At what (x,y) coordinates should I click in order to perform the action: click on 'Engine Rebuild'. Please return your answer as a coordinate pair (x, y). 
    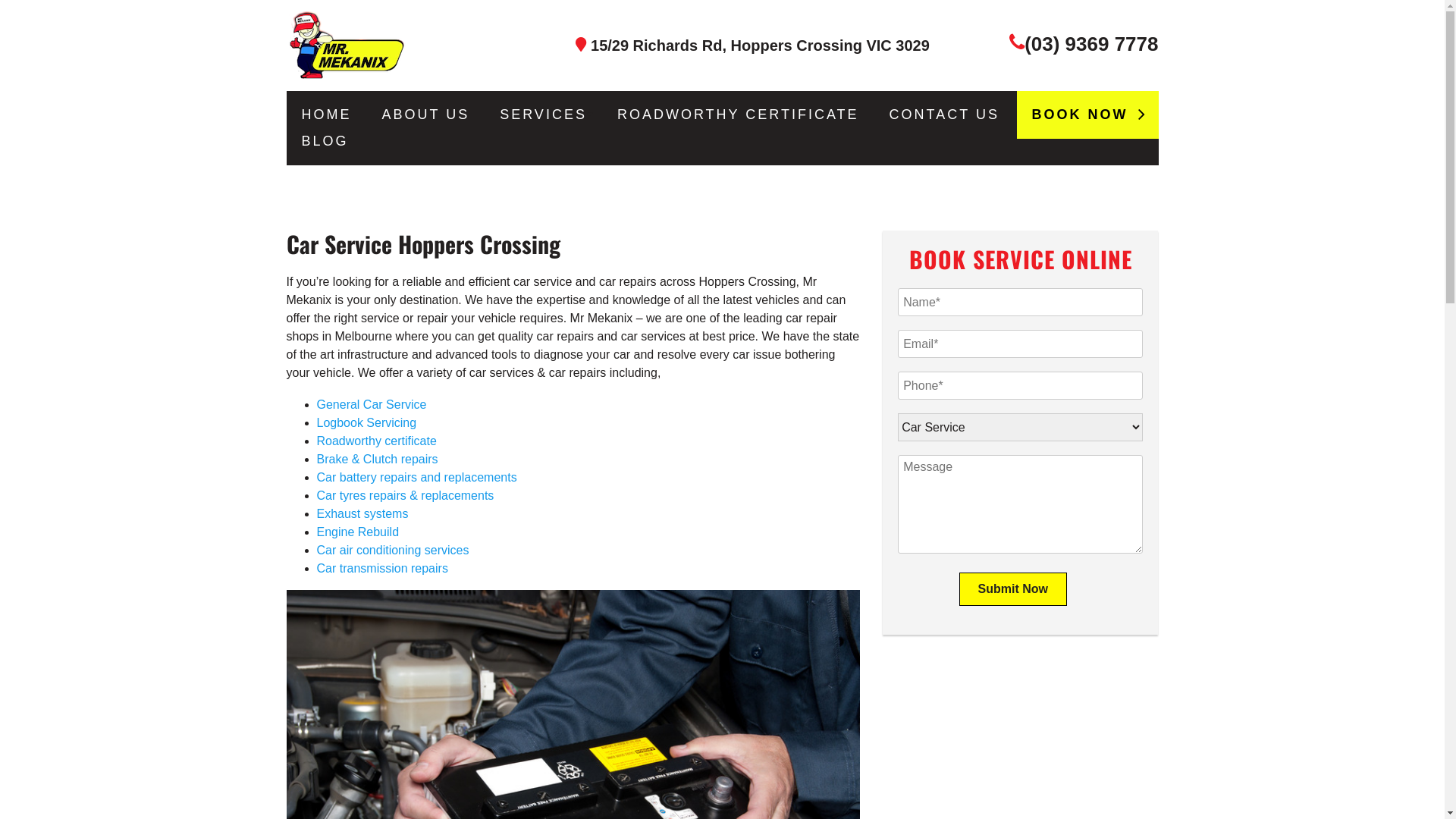
    Looking at the image, I should click on (357, 531).